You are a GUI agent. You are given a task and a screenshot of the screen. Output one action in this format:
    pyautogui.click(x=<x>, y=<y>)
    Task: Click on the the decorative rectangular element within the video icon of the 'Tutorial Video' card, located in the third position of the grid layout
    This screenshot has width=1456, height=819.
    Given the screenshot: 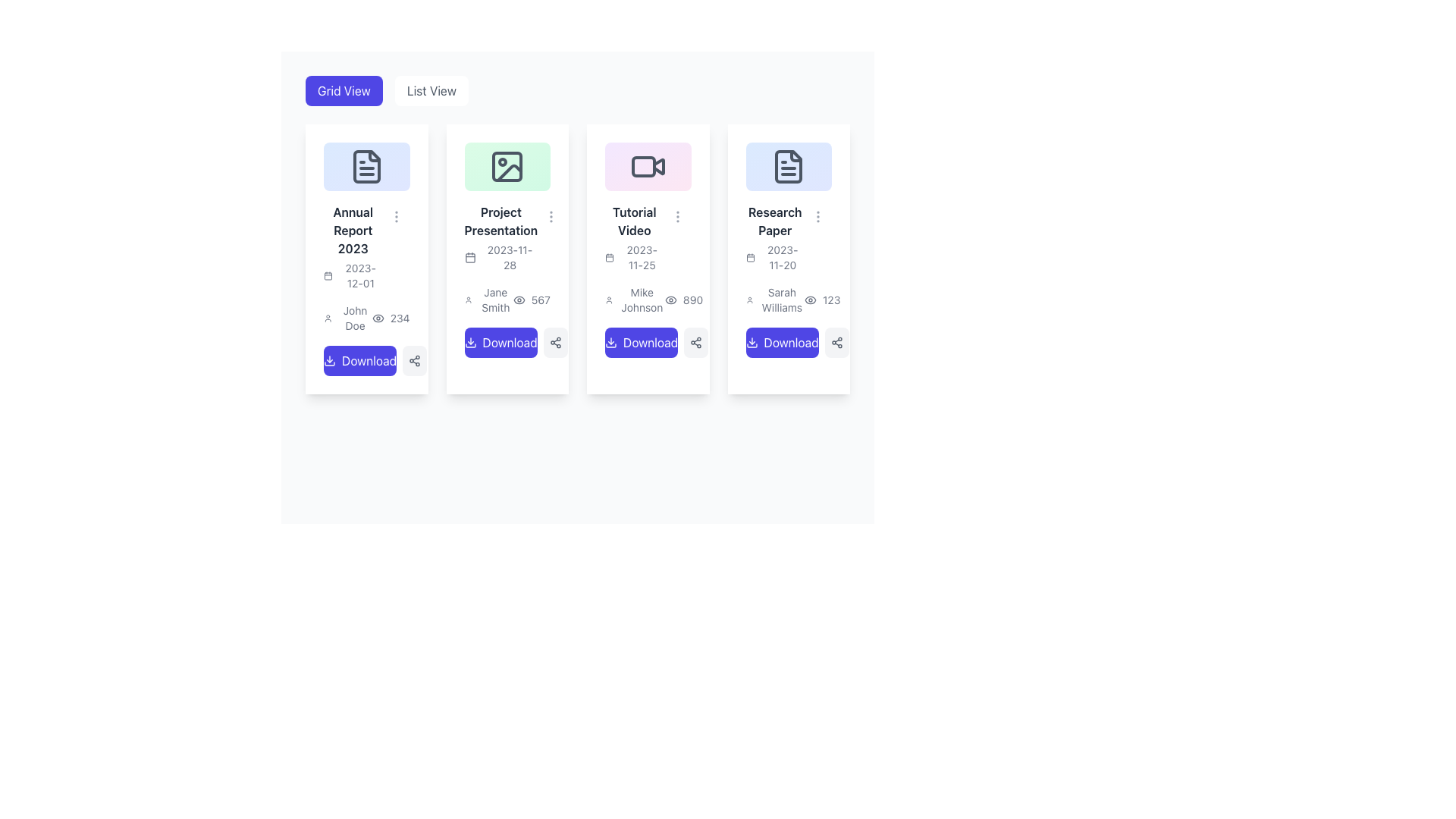 What is the action you would take?
    pyautogui.click(x=643, y=166)
    